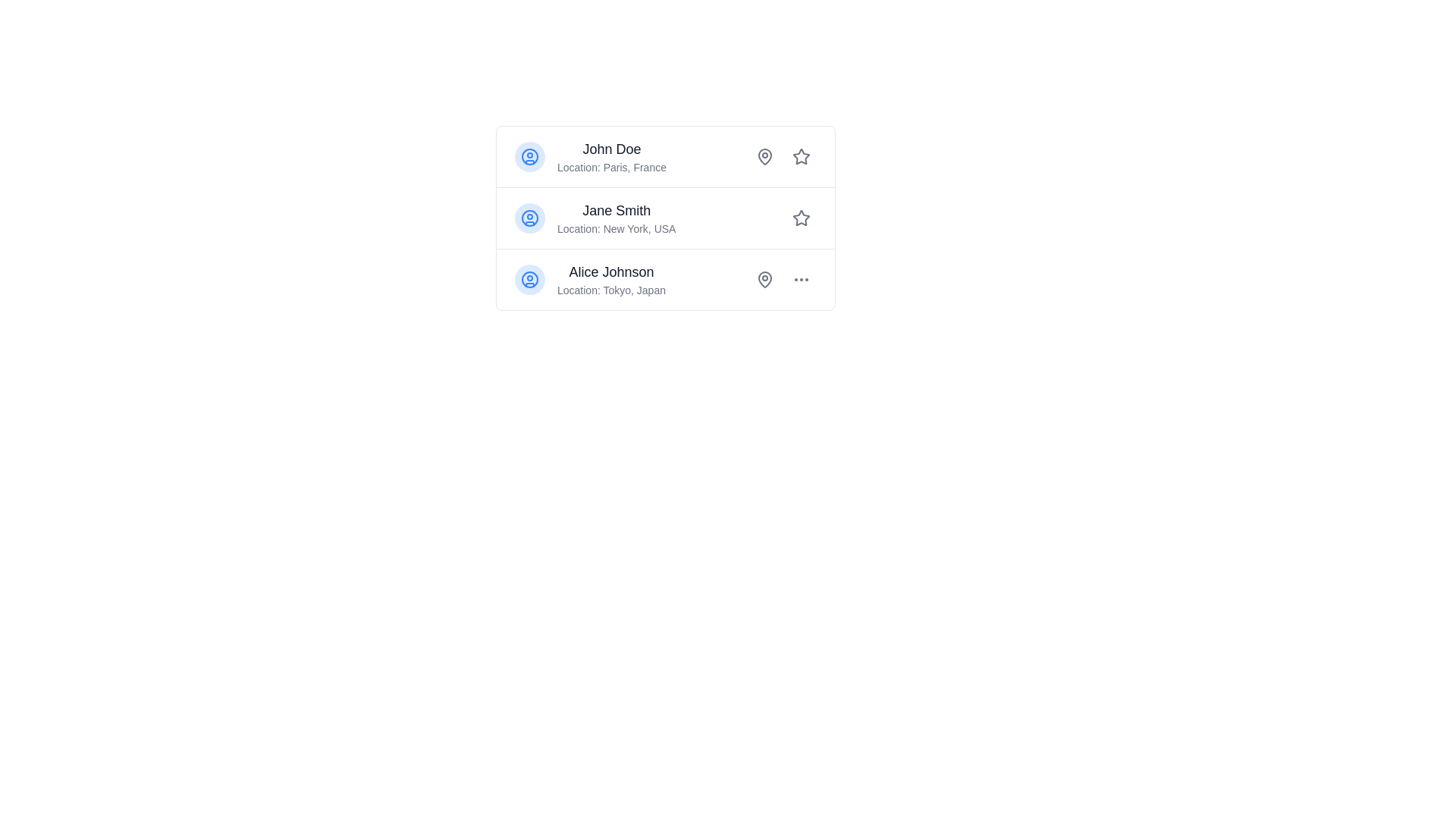 The width and height of the screenshot is (1456, 819). I want to click on text content of the non-interactive Text label displaying location information for 'Jane Smith', positioned in the middle column directly under the profile name, so click(617, 228).